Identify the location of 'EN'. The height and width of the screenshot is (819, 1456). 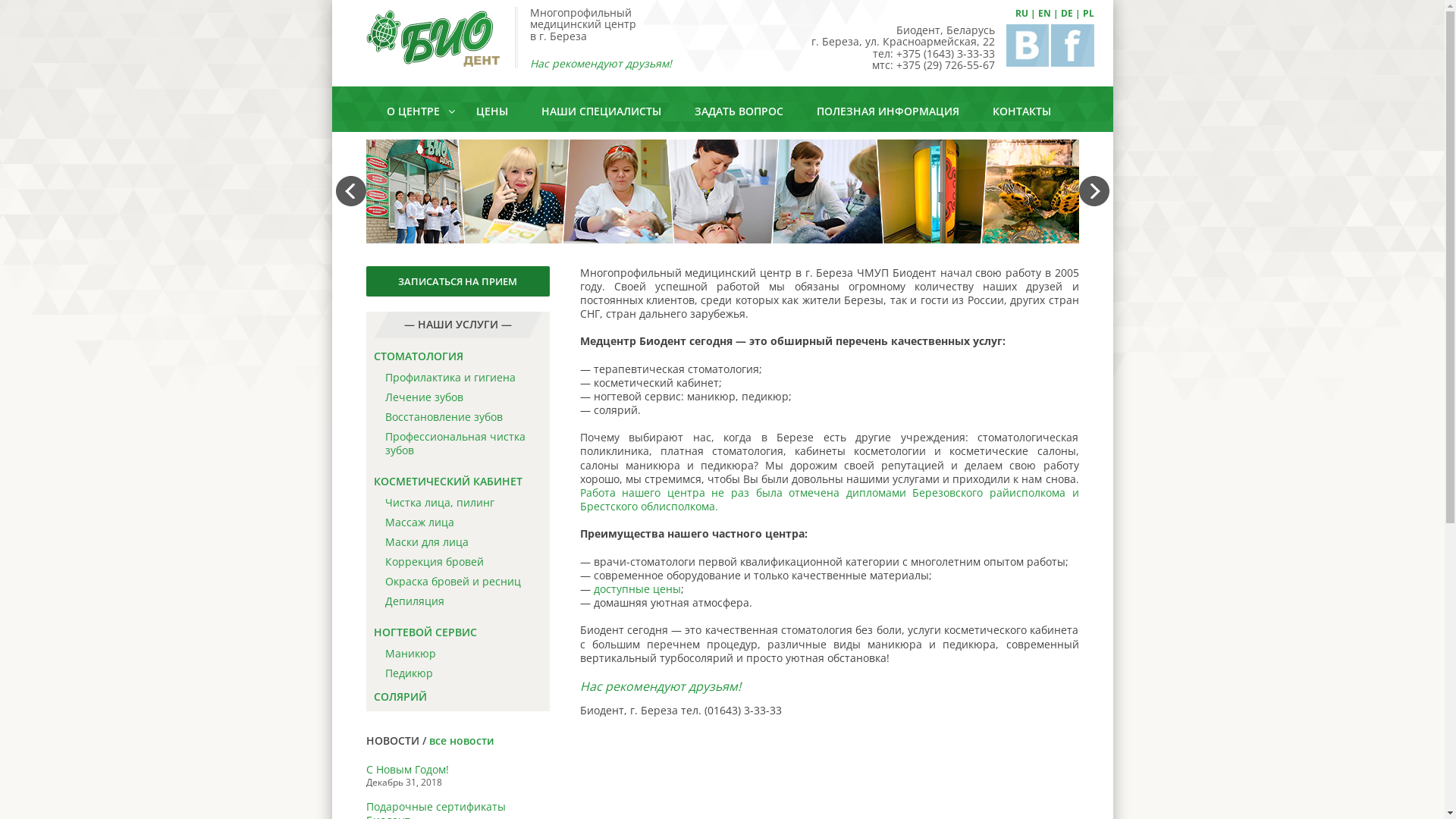
(1037, 13).